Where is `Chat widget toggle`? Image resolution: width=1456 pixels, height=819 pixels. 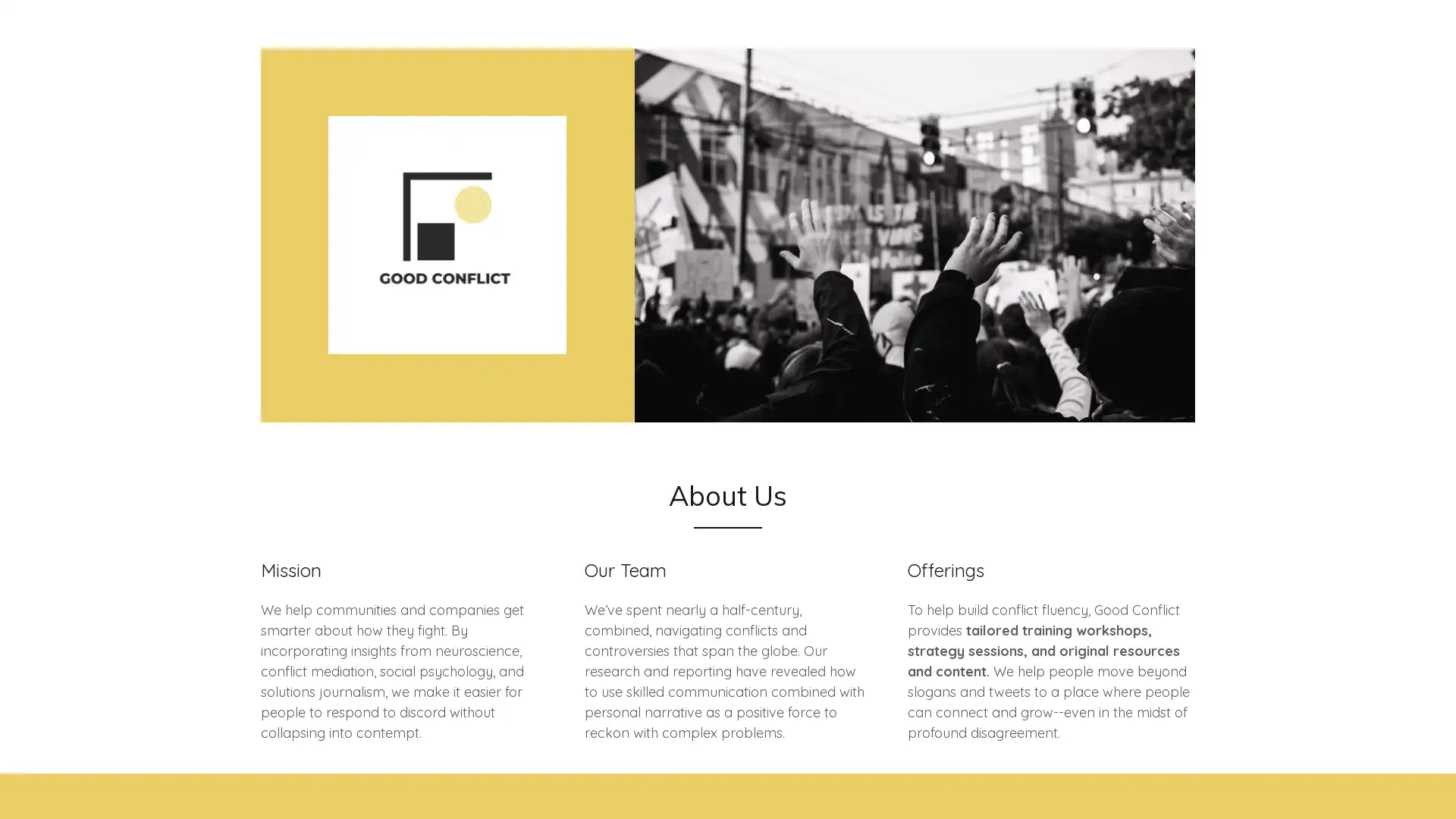 Chat widget toggle is located at coordinates (1416, 780).